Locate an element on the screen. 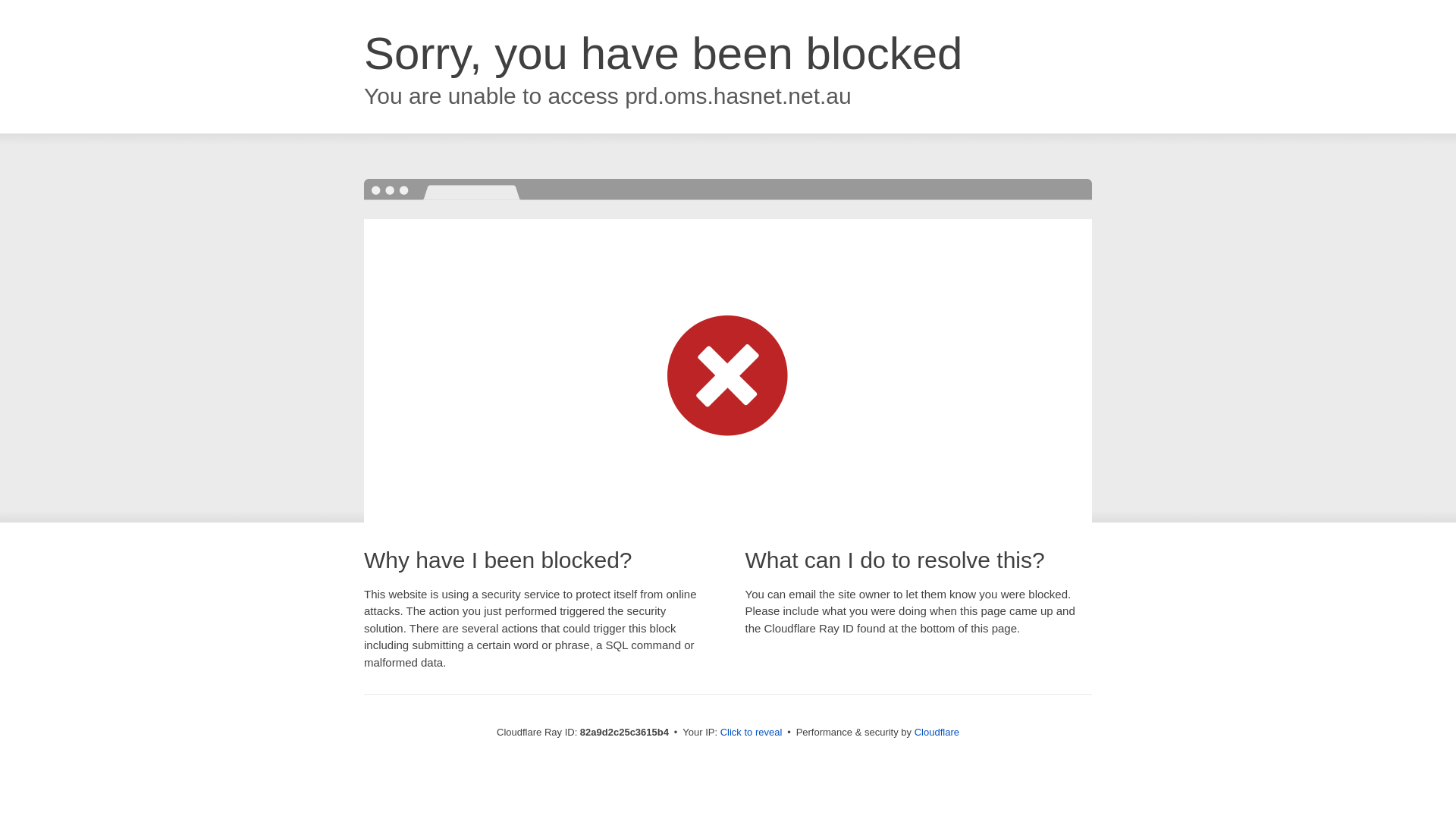  'Click to reveal' is located at coordinates (720, 731).